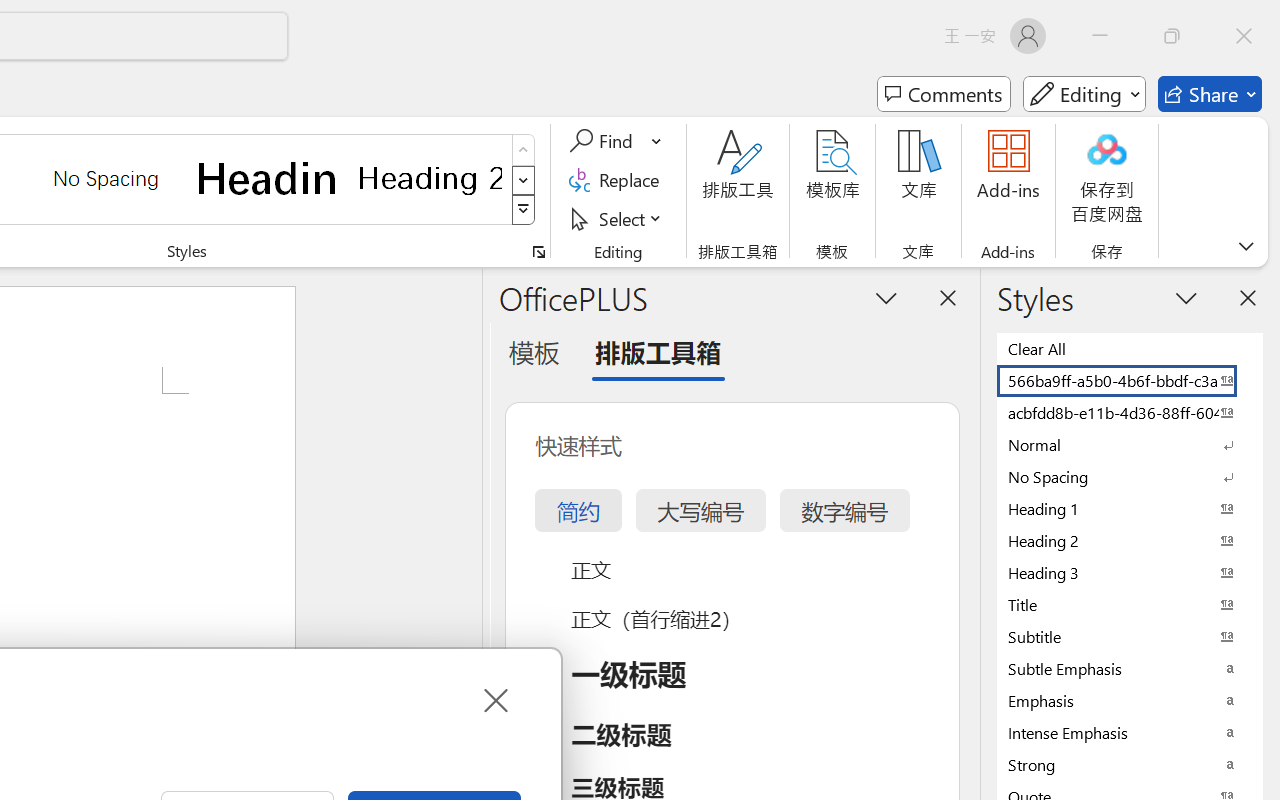  Describe the element at coordinates (603, 141) in the screenshot. I see `'Find'` at that location.